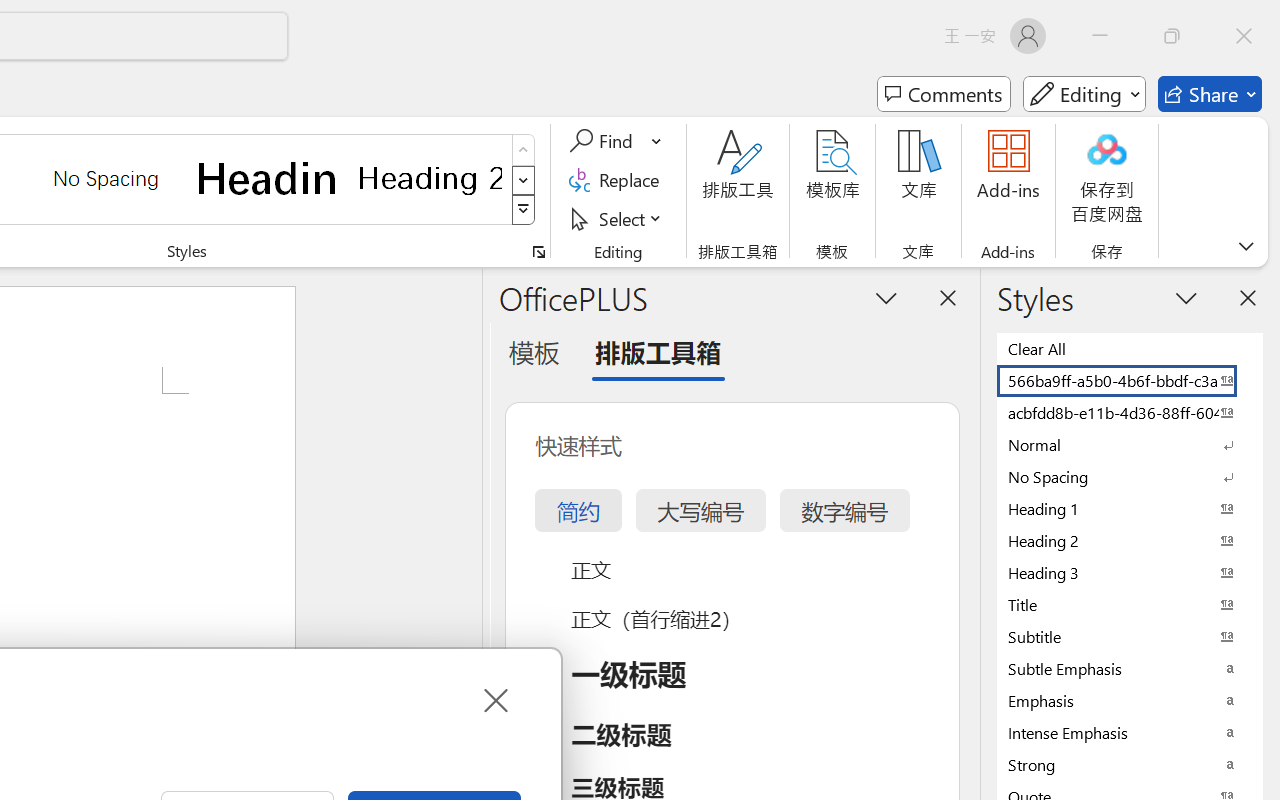  Describe the element at coordinates (603, 141) in the screenshot. I see `'Find'` at that location.